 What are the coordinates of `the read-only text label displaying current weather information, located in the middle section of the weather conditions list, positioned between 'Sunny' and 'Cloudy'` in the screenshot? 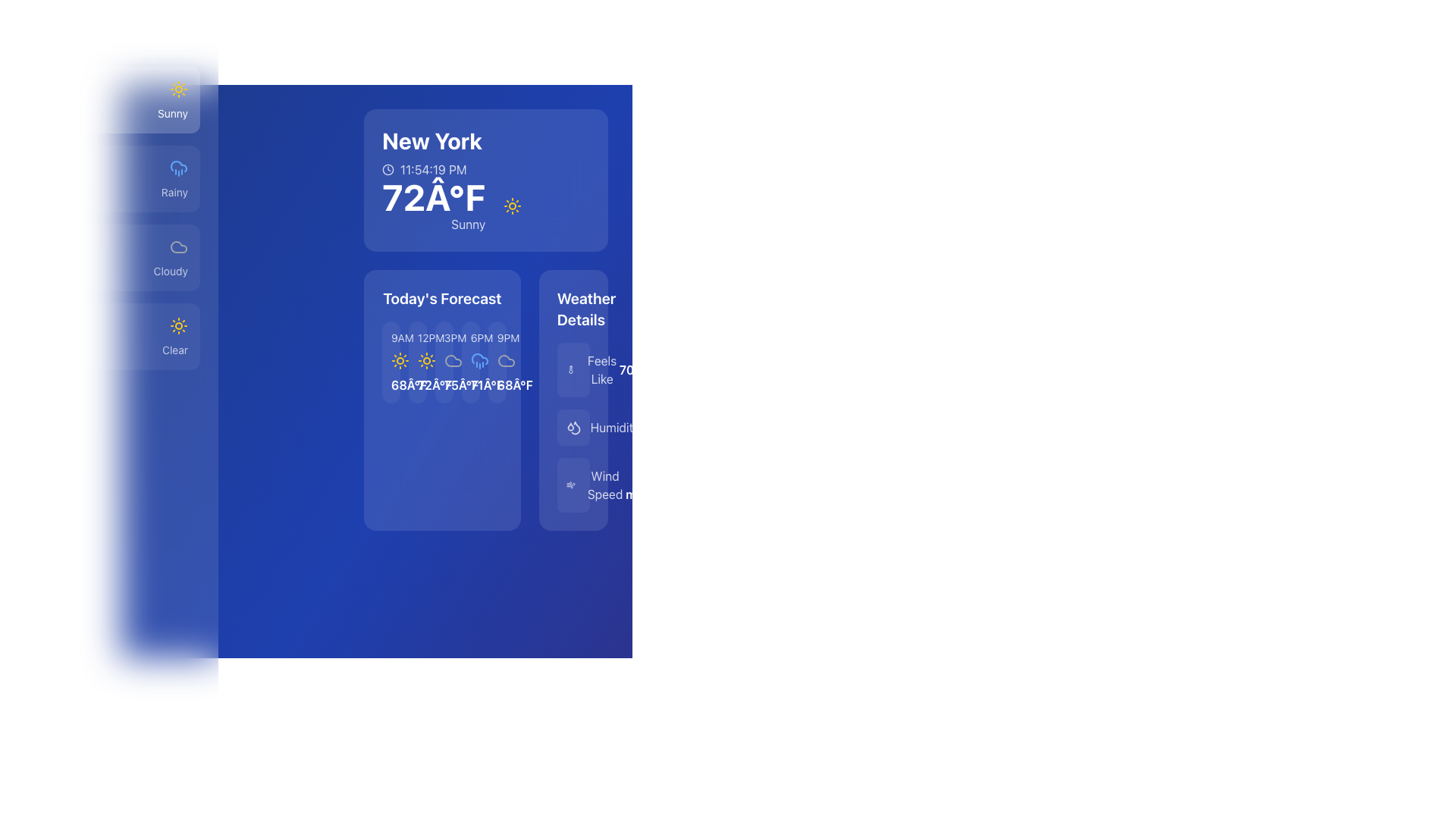 It's located at (108, 192).